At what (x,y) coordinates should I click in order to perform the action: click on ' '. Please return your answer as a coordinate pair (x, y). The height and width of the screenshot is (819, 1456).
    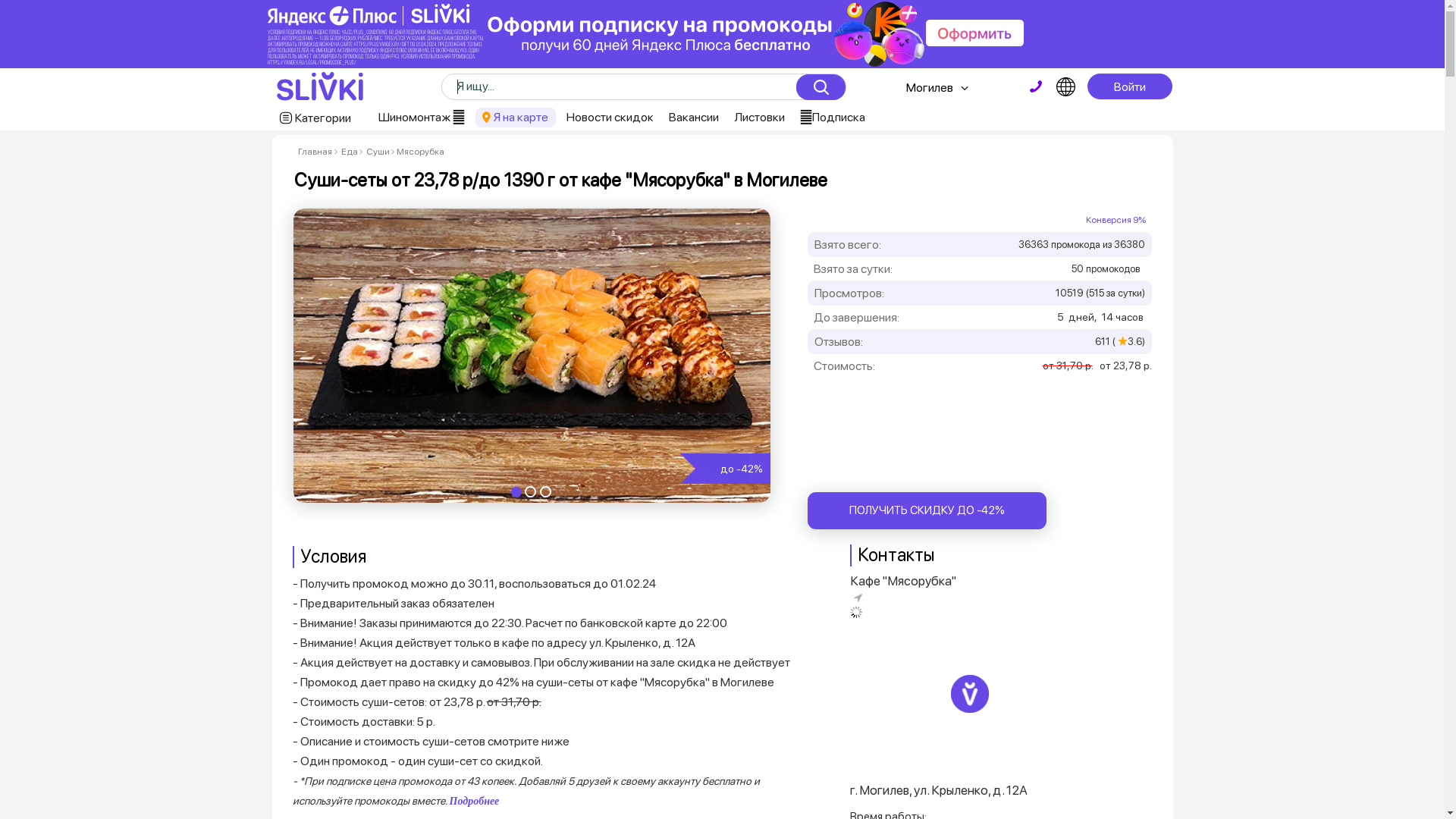
    Looking at the image, I should click on (1035, 86).